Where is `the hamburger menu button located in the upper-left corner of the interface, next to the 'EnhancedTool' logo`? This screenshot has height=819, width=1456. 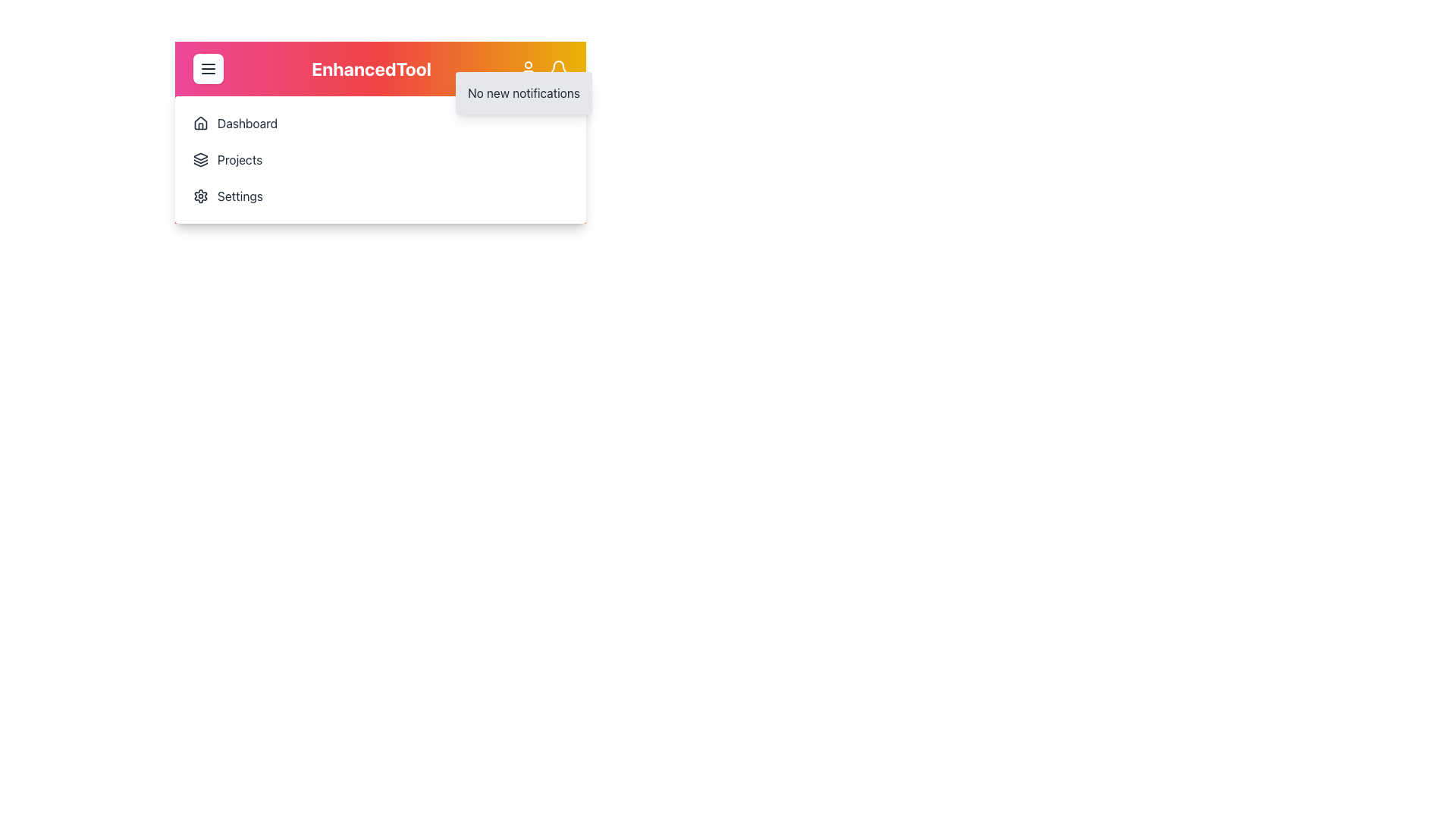
the hamburger menu button located in the upper-left corner of the interface, next to the 'EnhancedTool' logo is located at coordinates (207, 69).